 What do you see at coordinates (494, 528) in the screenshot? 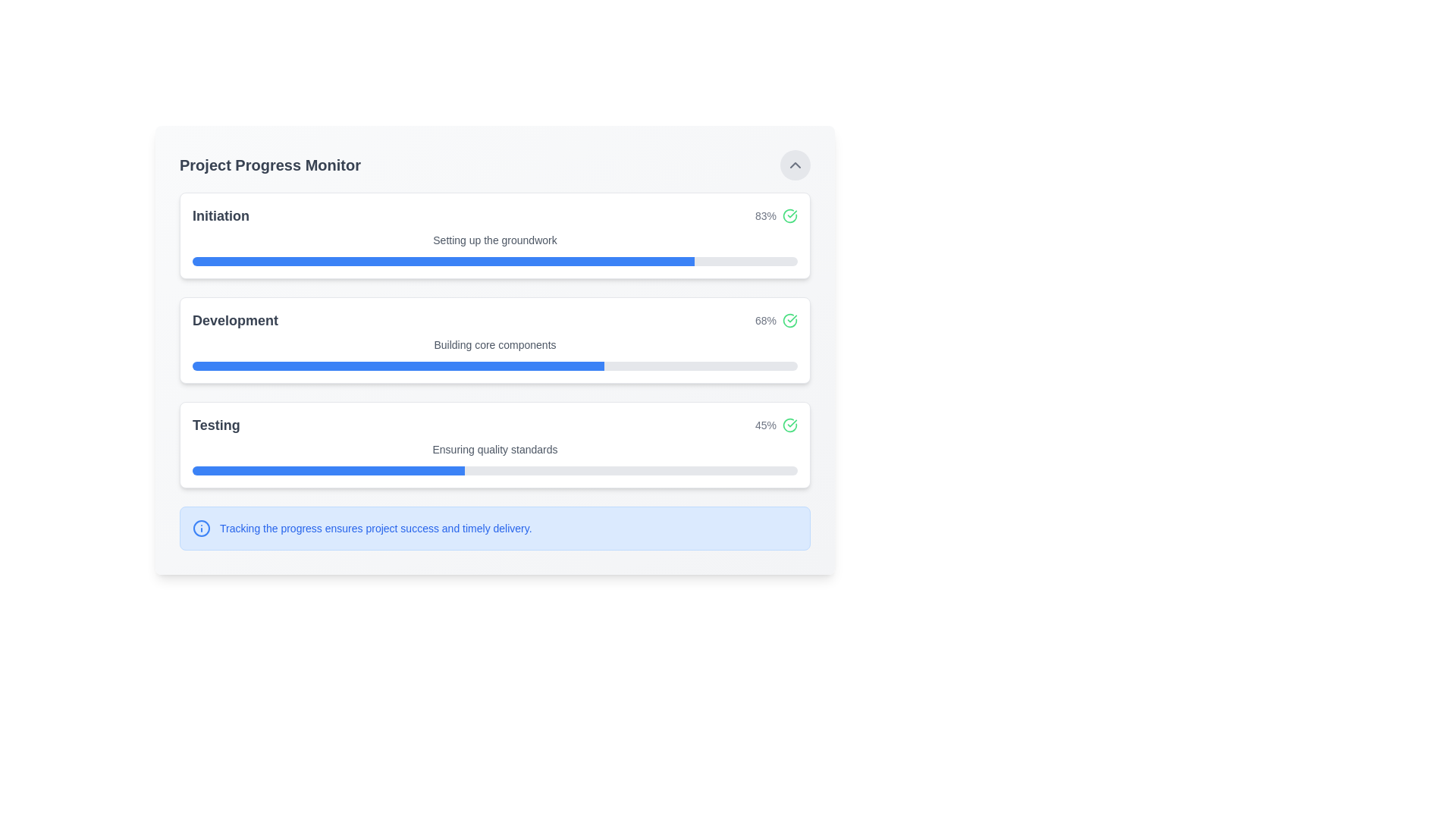
I see `text of the Informational Banner that states 'Tracking the progress ensures project success and timely delivery,' which is located at the bottom of the 'Project Progress Monitor' section` at bounding box center [494, 528].